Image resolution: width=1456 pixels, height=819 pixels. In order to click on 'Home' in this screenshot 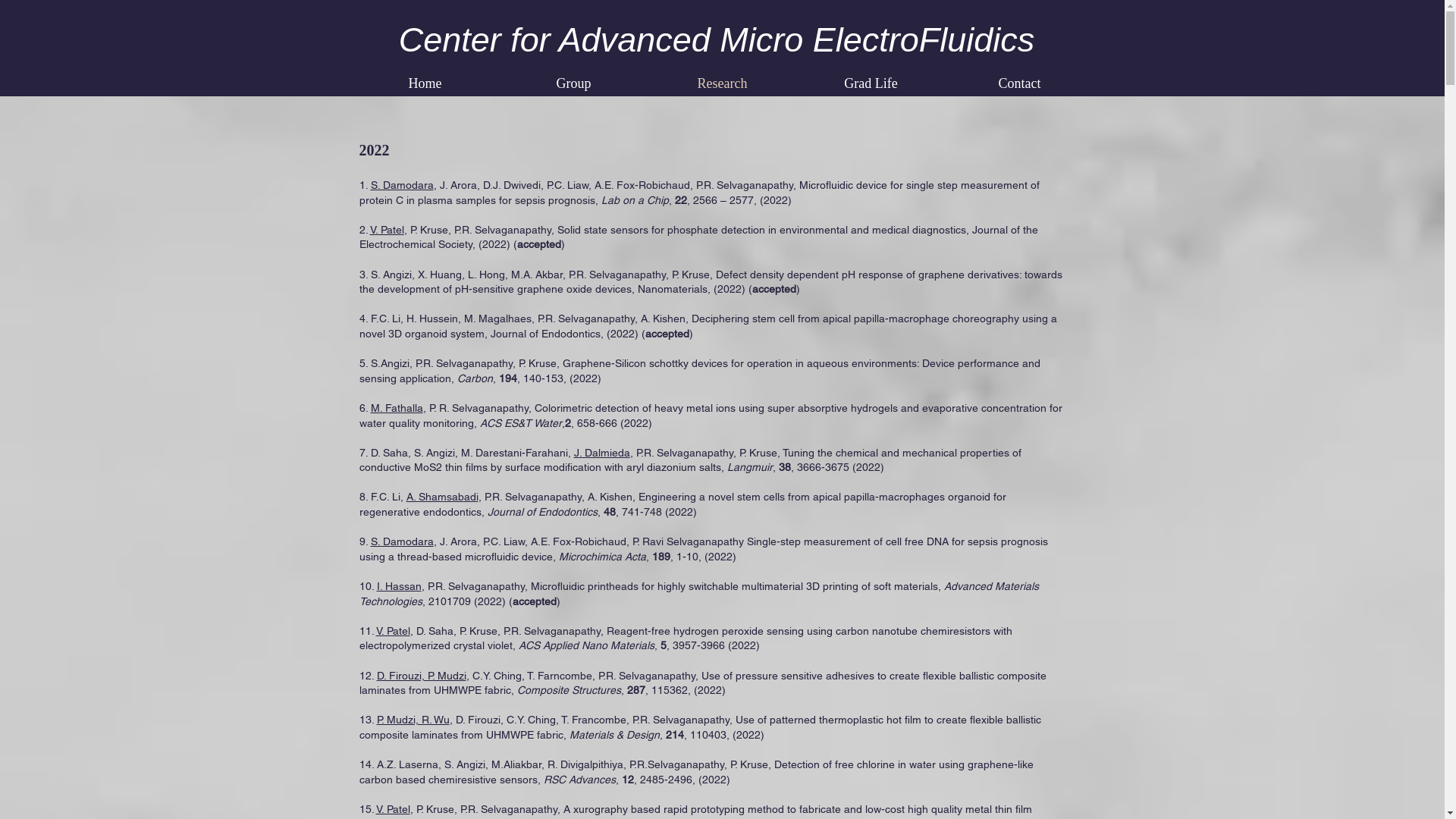, I will do `click(425, 83)`.